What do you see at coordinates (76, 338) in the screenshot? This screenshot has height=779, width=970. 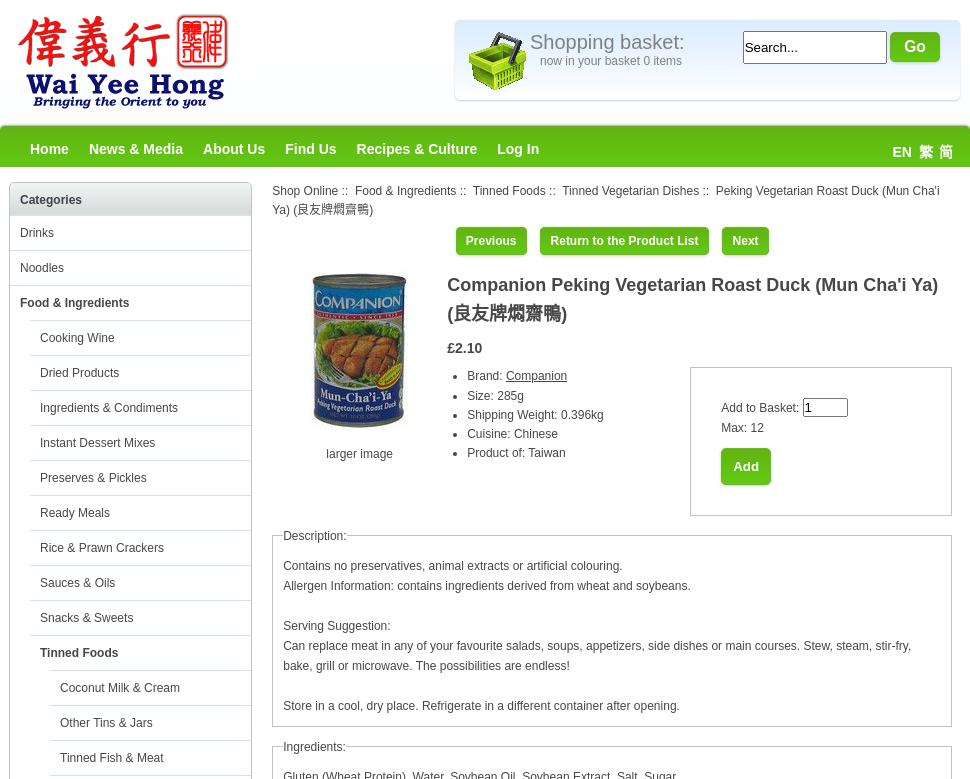 I see `'Cooking Wine'` at bounding box center [76, 338].